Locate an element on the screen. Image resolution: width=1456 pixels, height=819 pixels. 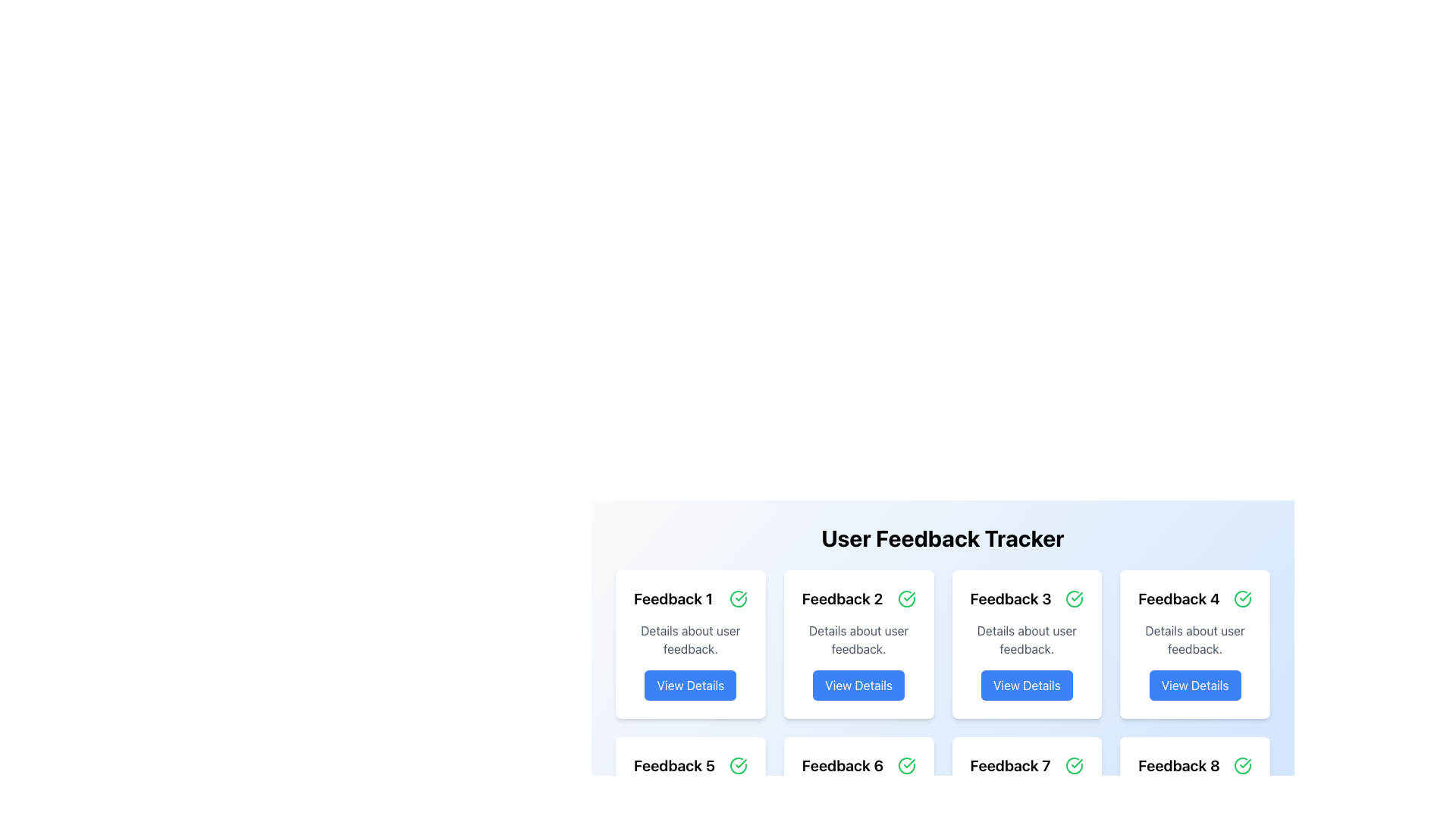
text element labeled 'Feedback 5', which is located in the lower row of feedback boxes, styled in bold black font against a white background is located at coordinates (673, 766).